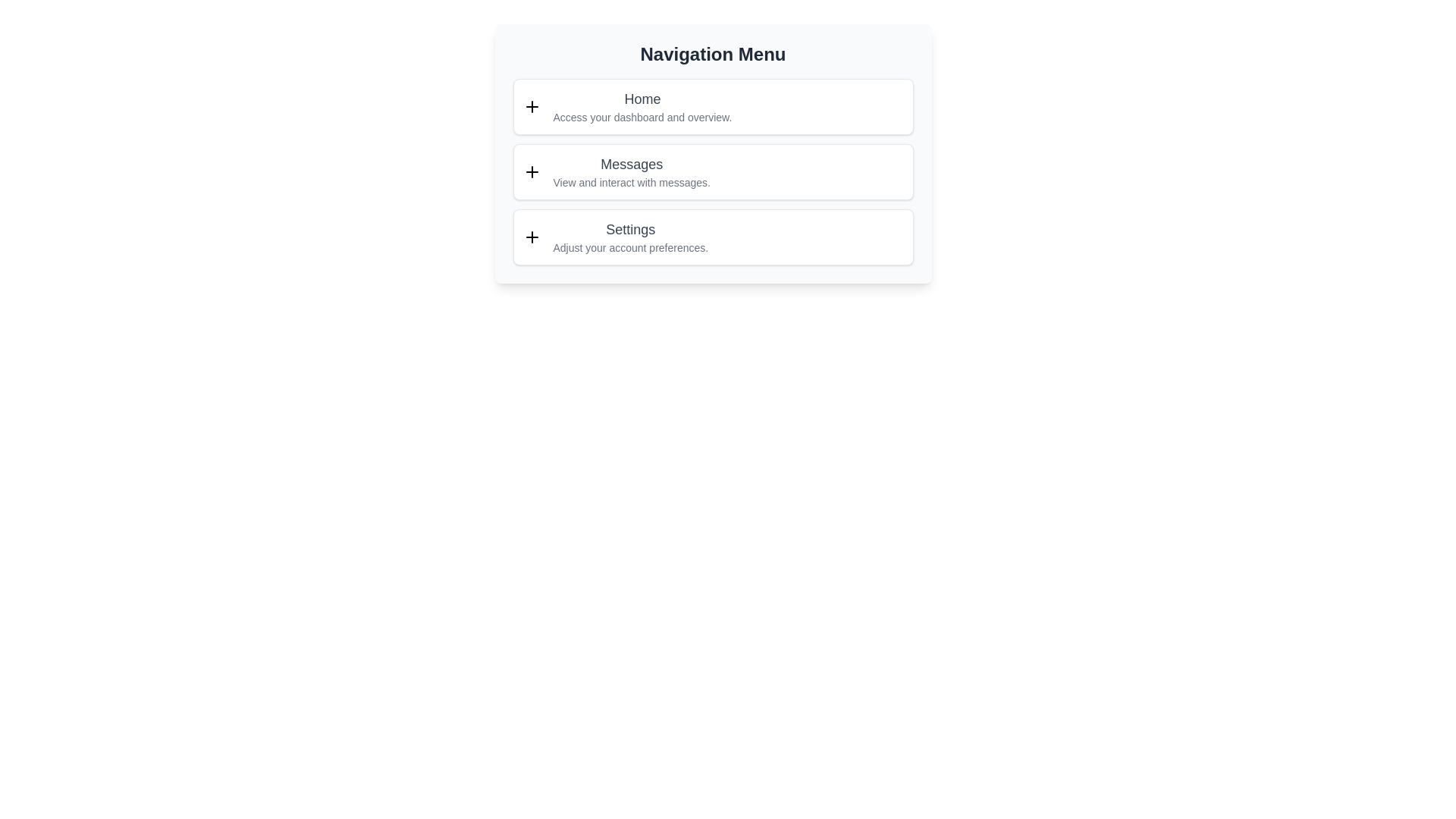 This screenshot has height=819, width=1456. I want to click on the Text label within the Navigation Menu that leads to the dashboard or overview page, so click(642, 106).